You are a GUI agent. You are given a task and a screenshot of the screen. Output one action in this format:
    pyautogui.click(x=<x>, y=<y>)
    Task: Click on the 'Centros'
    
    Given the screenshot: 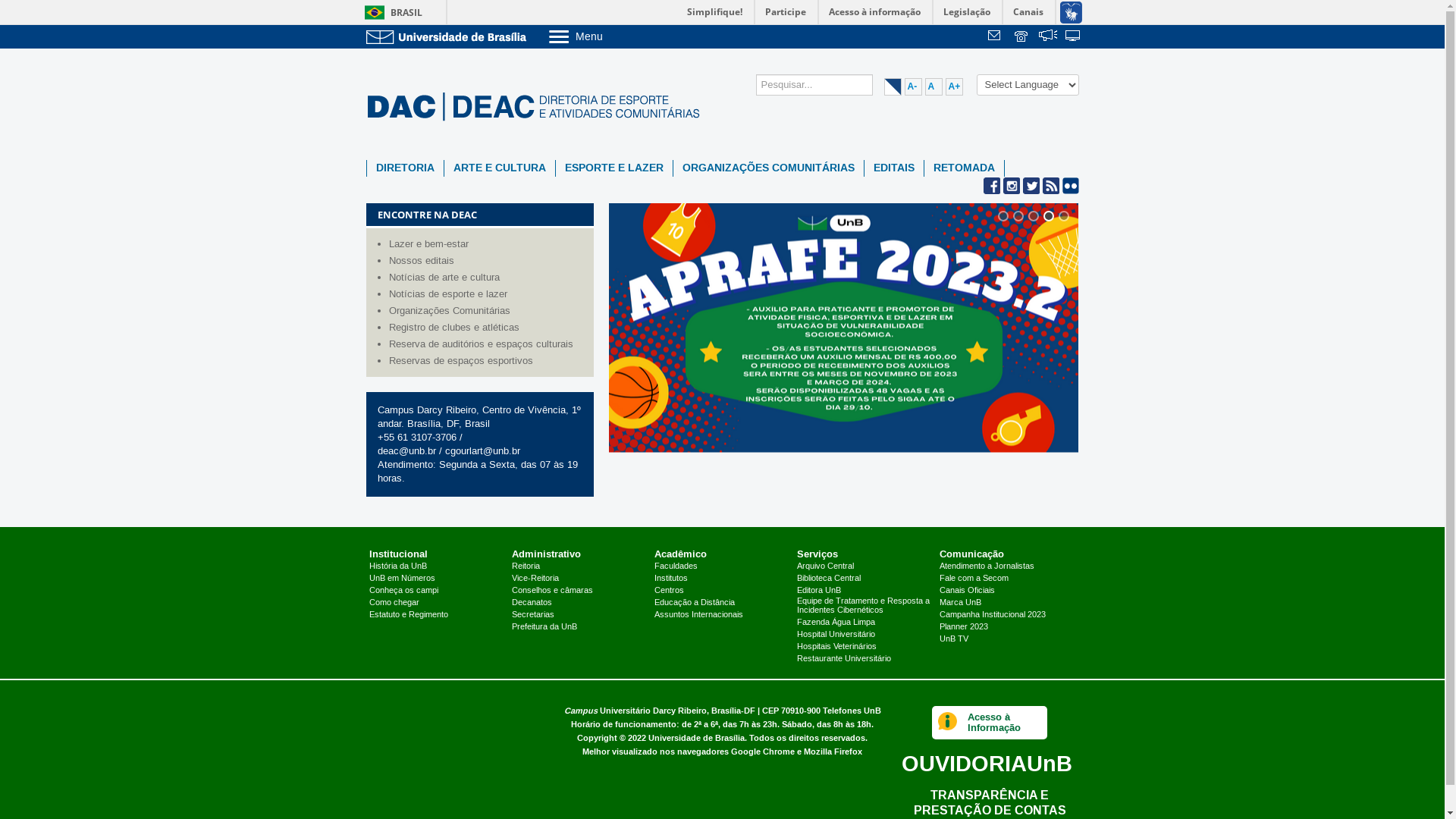 What is the action you would take?
    pyautogui.click(x=668, y=590)
    